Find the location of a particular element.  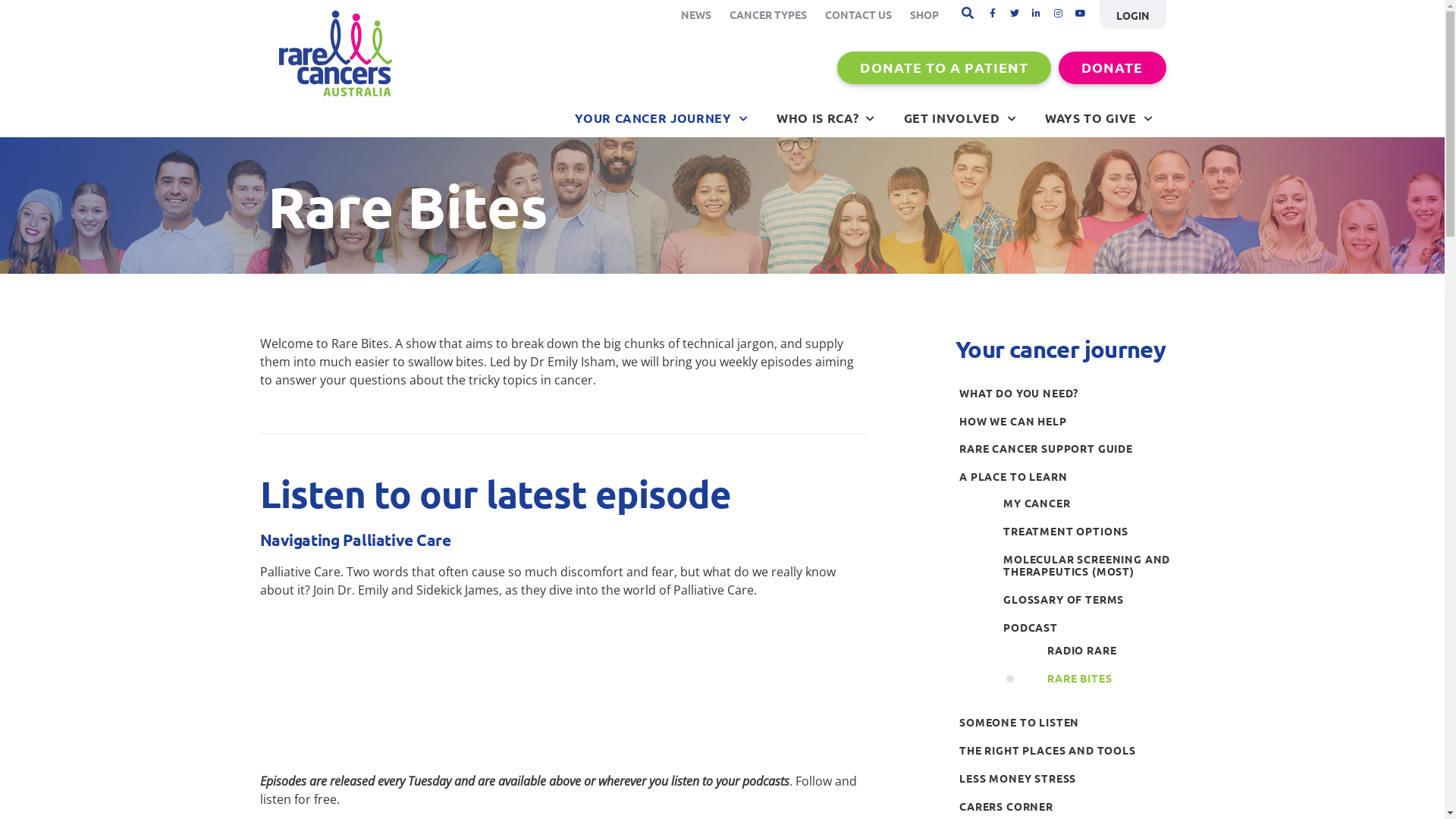

'GET INVOLVED' is located at coordinates (959, 117).